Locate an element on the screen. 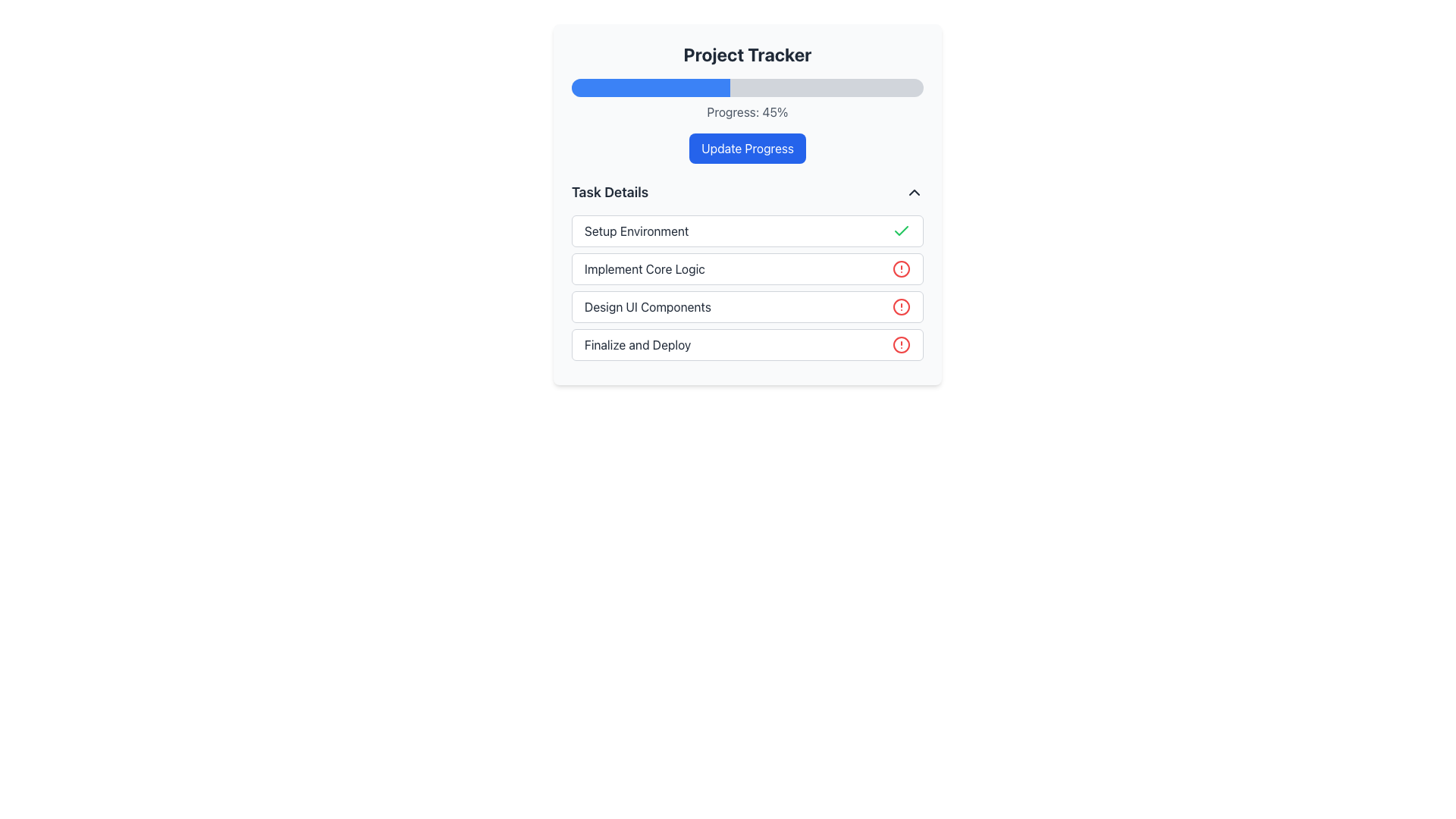 This screenshot has height=819, width=1456. the individual tasks within the 'Project Tracker' Dashboard Widget by clicking on the task details section to gather more information is located at coordinates (747, 205).